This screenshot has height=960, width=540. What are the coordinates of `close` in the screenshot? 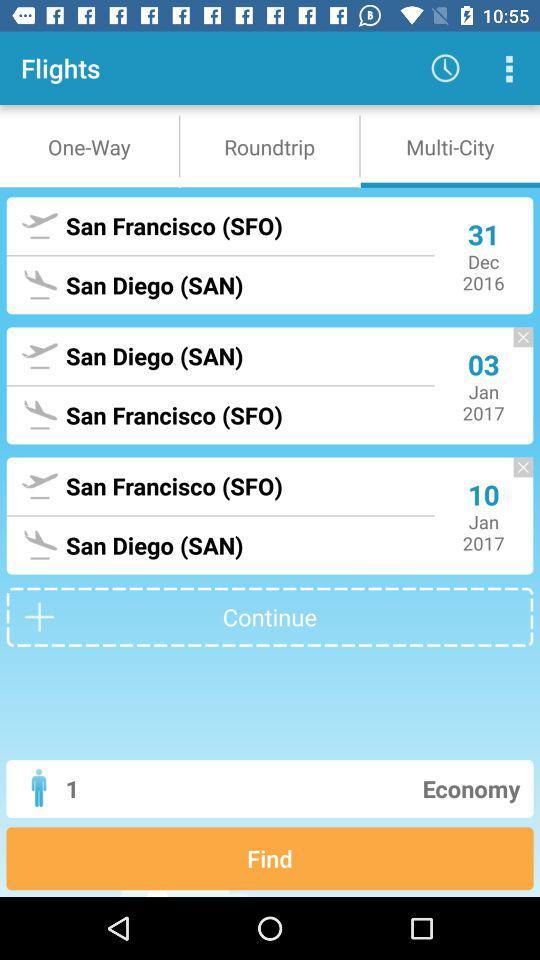 It's located at (513, 347).